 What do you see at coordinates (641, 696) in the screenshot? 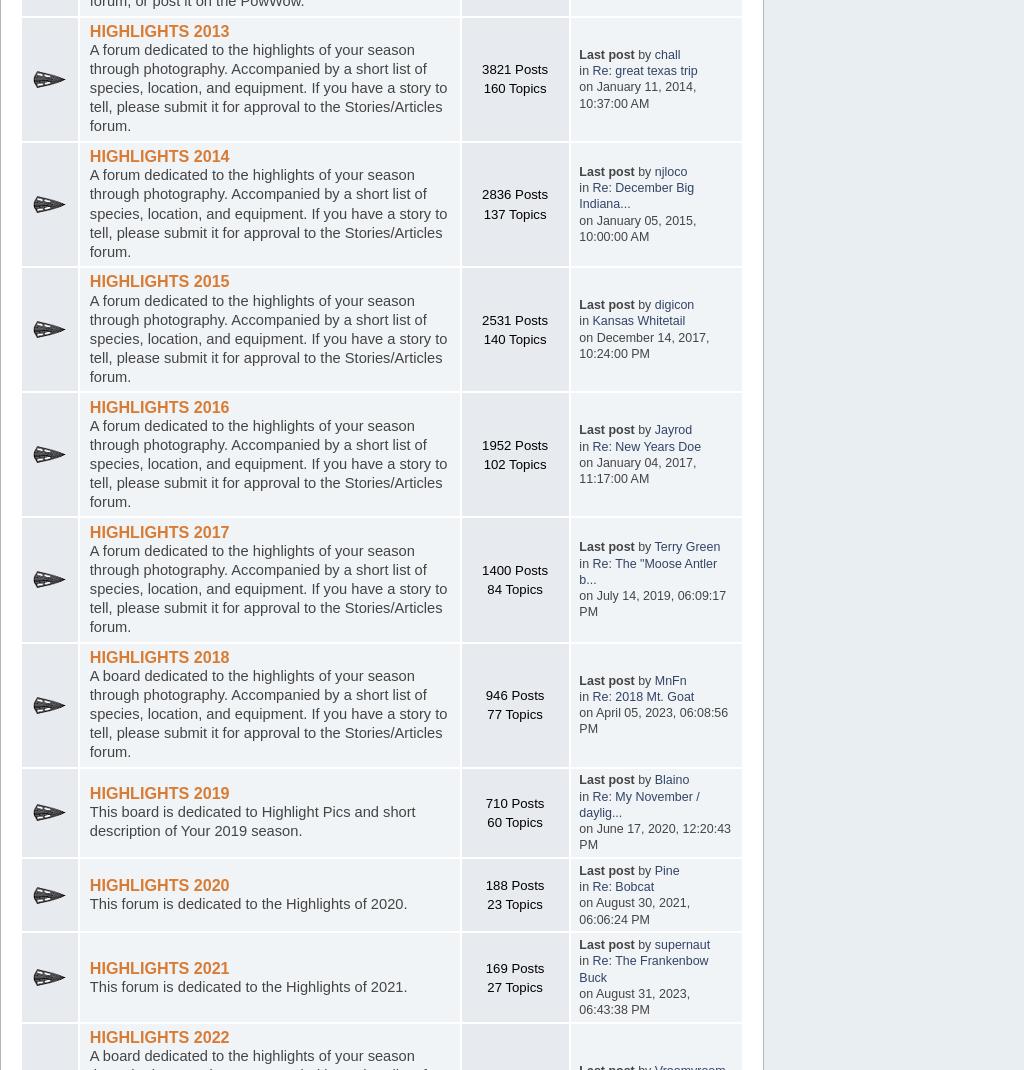
I see `'Re: 2018 Mt. Goat'` at bounding box center [641, 696].